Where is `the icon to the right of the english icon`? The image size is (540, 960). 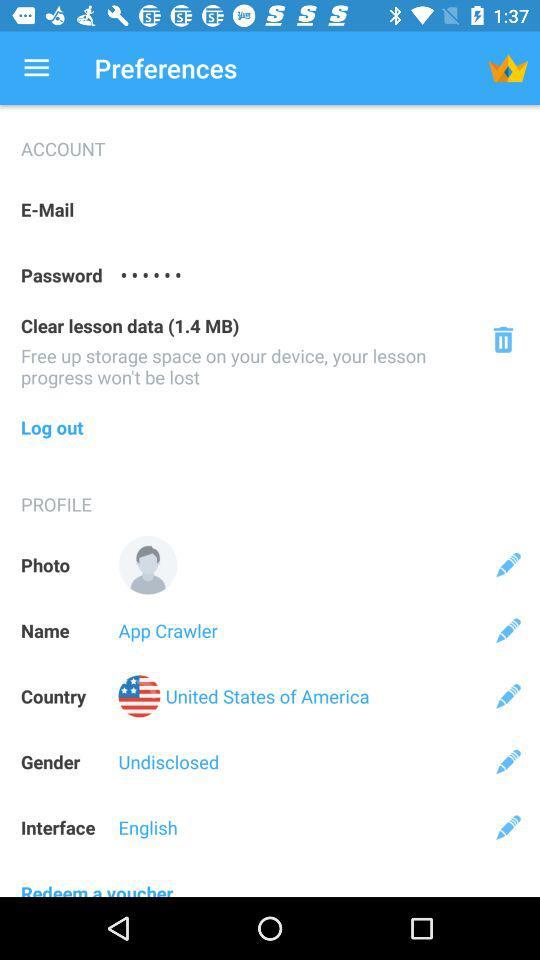 the icon to the right of the english icon is located at coordinates (508, 827).